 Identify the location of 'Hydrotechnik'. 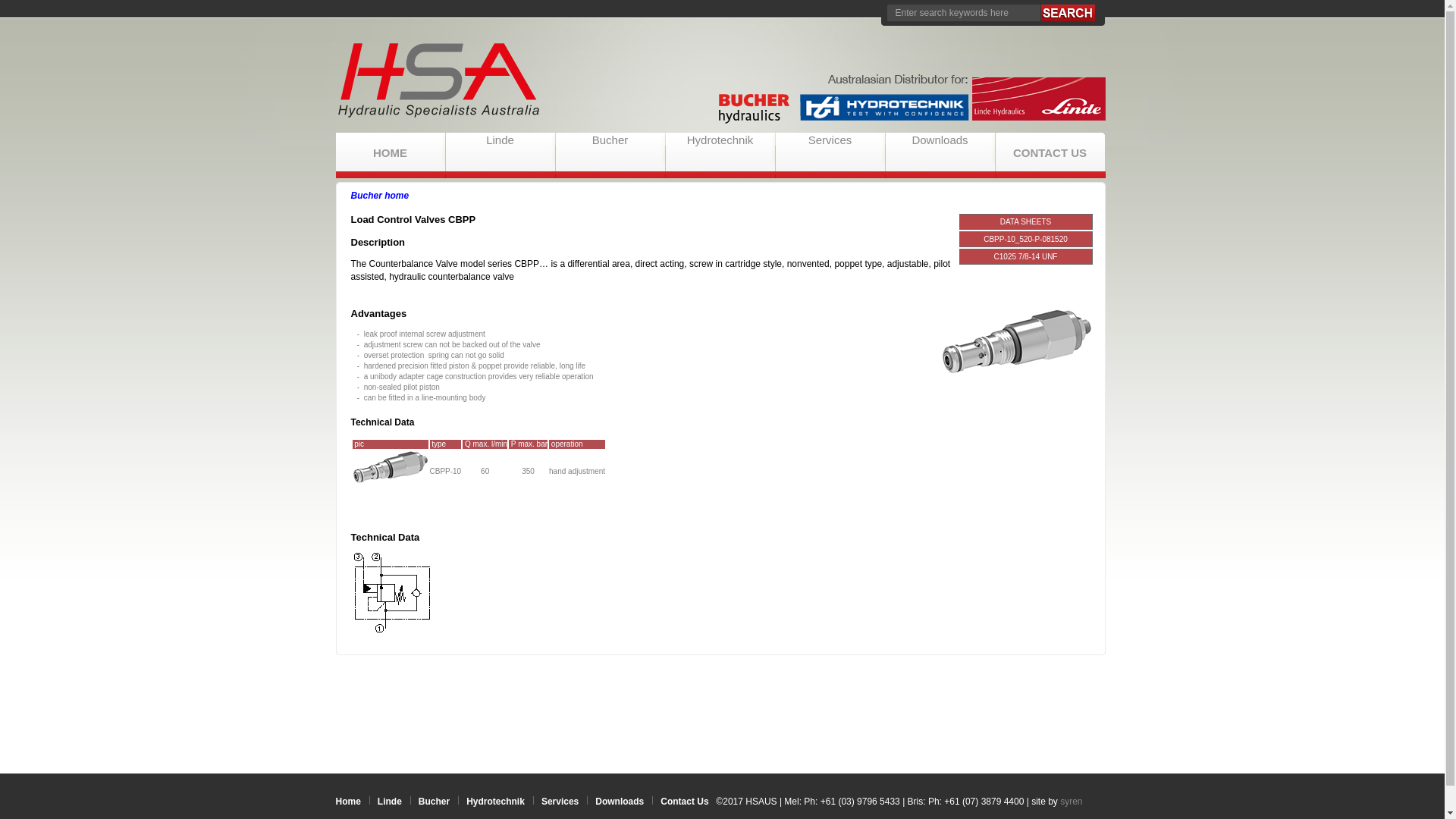
(495, 800).